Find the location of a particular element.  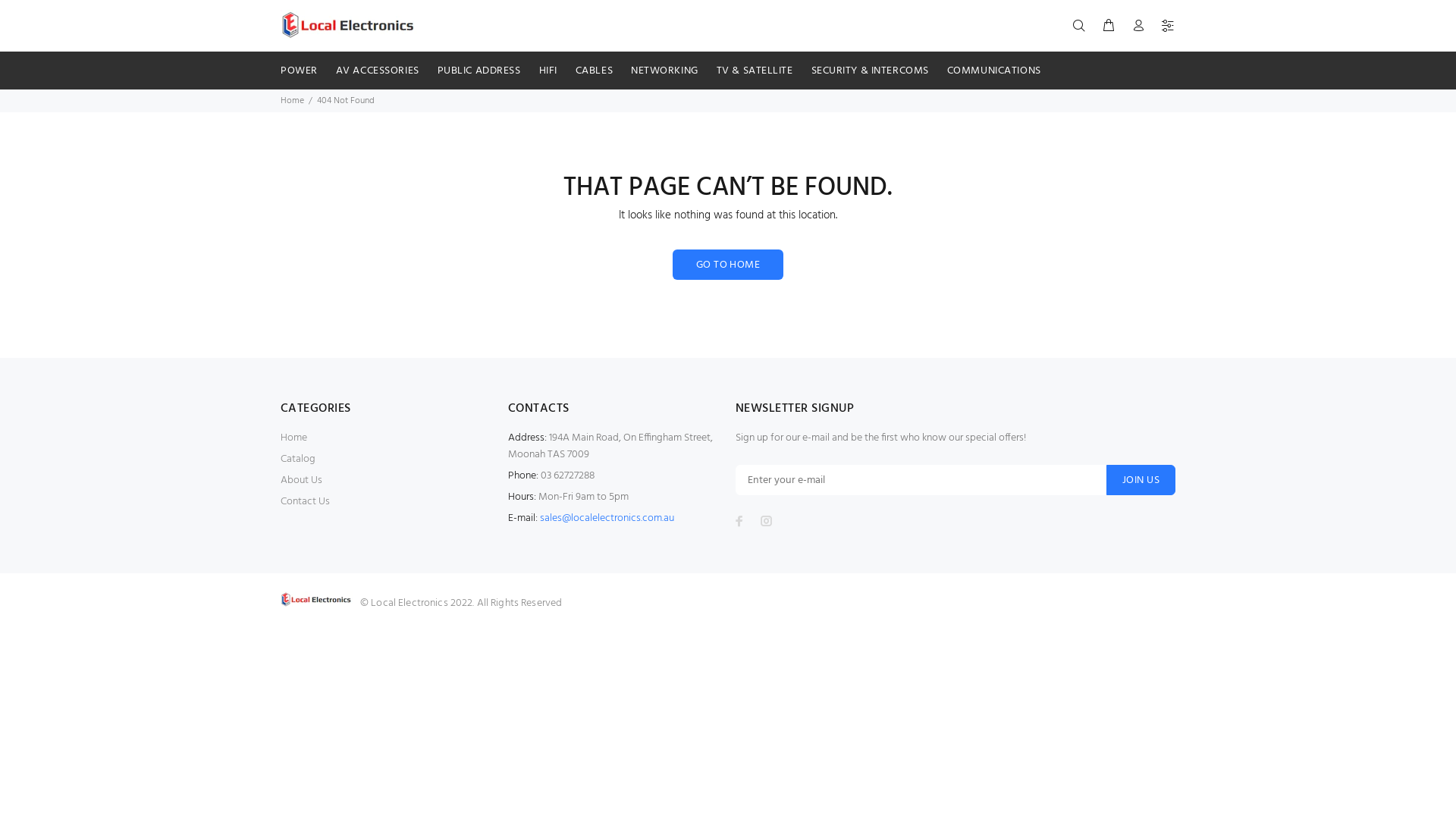

'NETWORKING' is located at coordinates (664, 70).